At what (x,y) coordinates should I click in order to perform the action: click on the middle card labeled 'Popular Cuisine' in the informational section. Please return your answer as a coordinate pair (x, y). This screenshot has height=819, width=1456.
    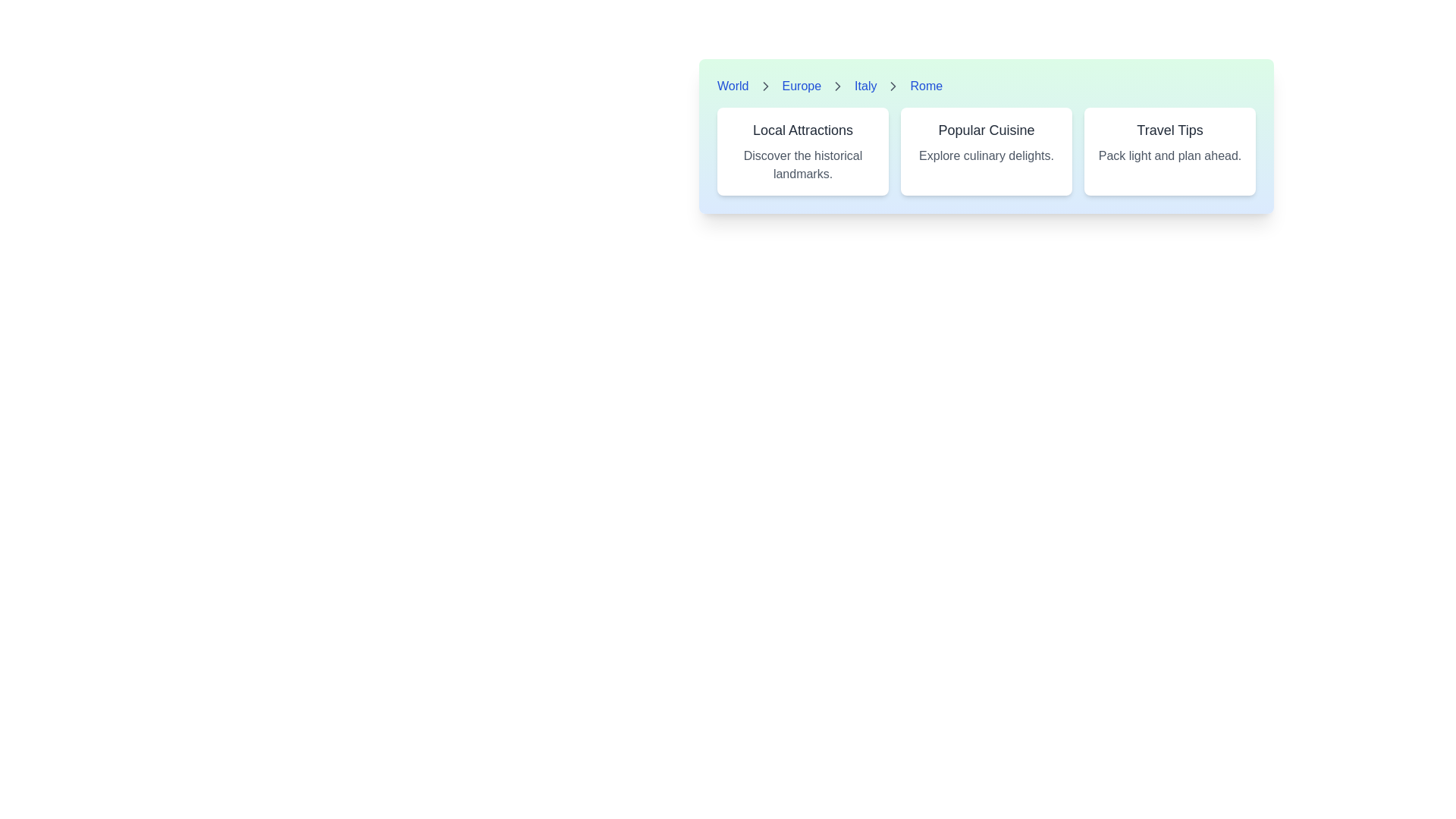
    Looking at the image, I should click on (986, 152).